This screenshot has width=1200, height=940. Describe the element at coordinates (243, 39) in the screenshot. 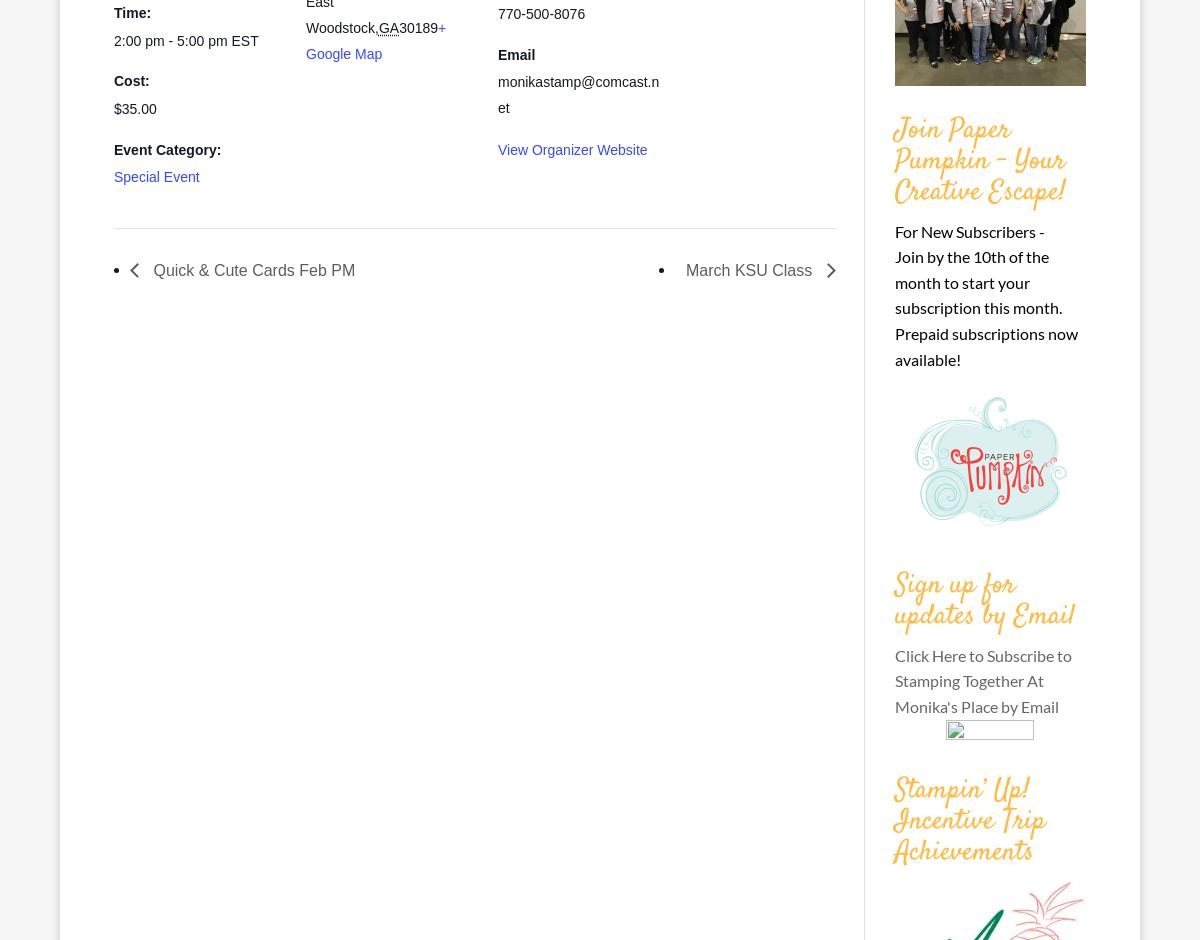

I see `'EST'` at that location.